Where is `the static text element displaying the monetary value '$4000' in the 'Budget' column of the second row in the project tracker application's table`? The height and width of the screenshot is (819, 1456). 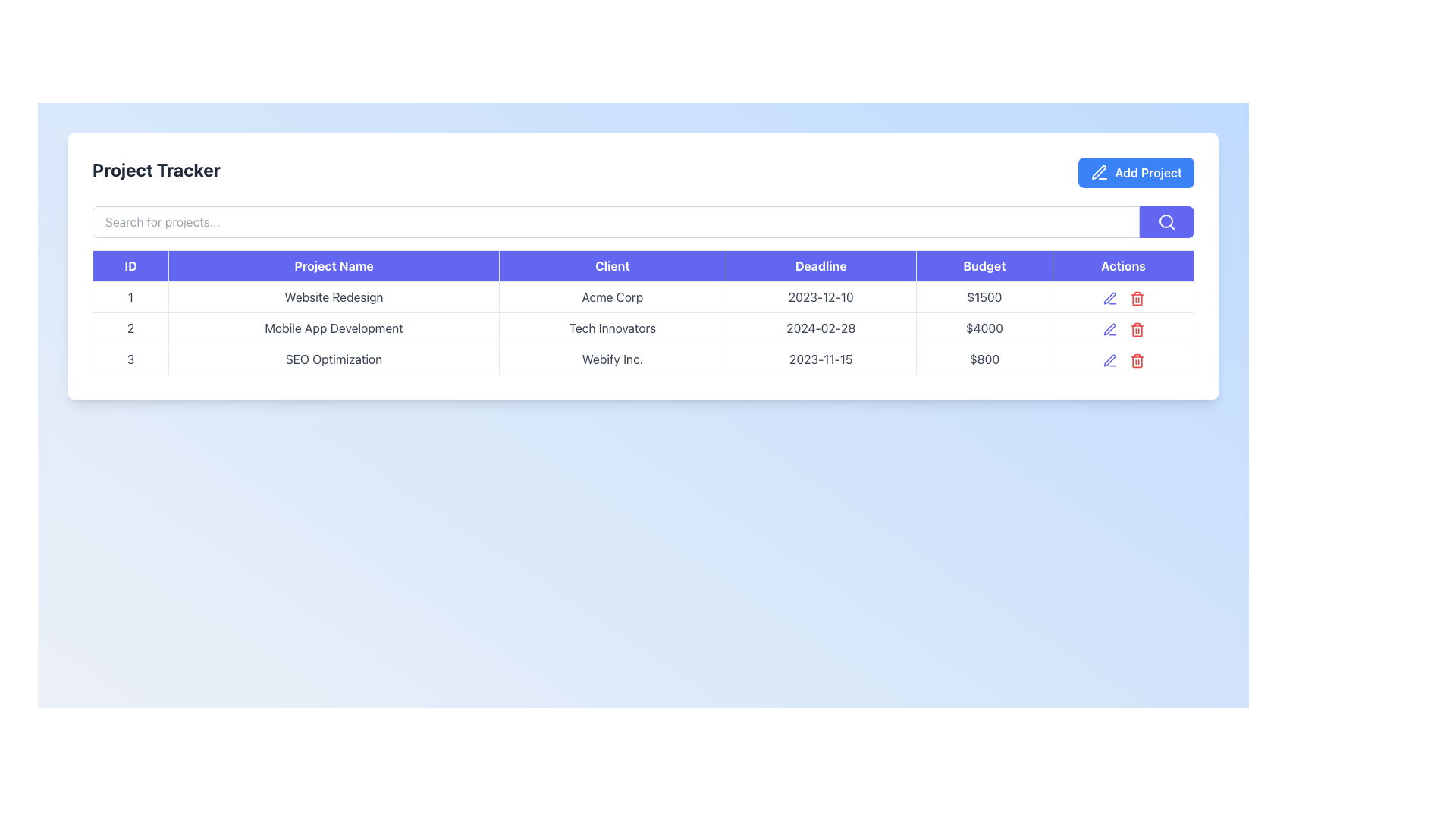
the static text element displaying the monetary value '$4000' in the 'Budget' column of the second row in the project tracker application's table is located at coordinates (984, 327).